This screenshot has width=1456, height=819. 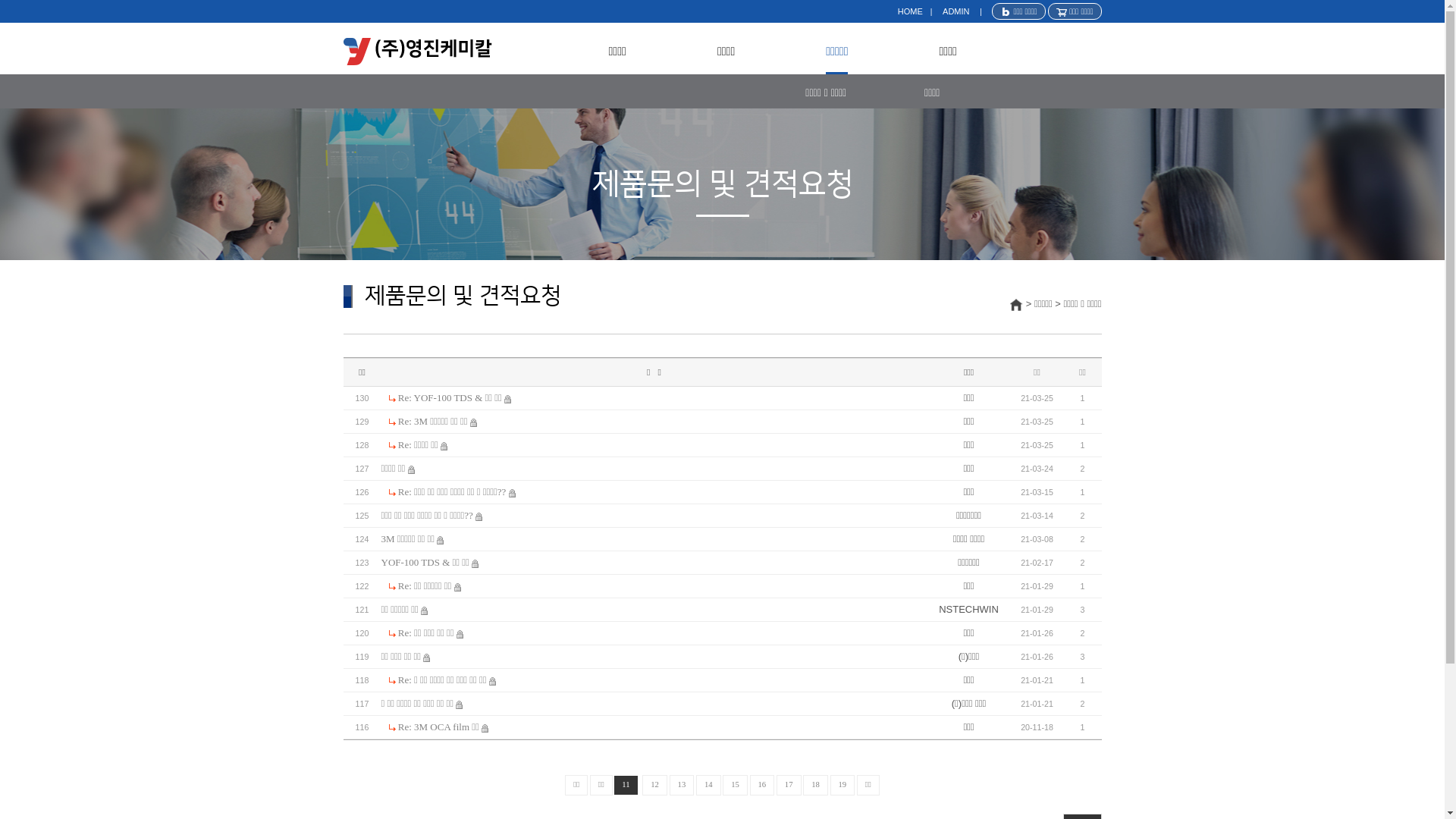 I want to click on '13', so click(x=669, y=785).